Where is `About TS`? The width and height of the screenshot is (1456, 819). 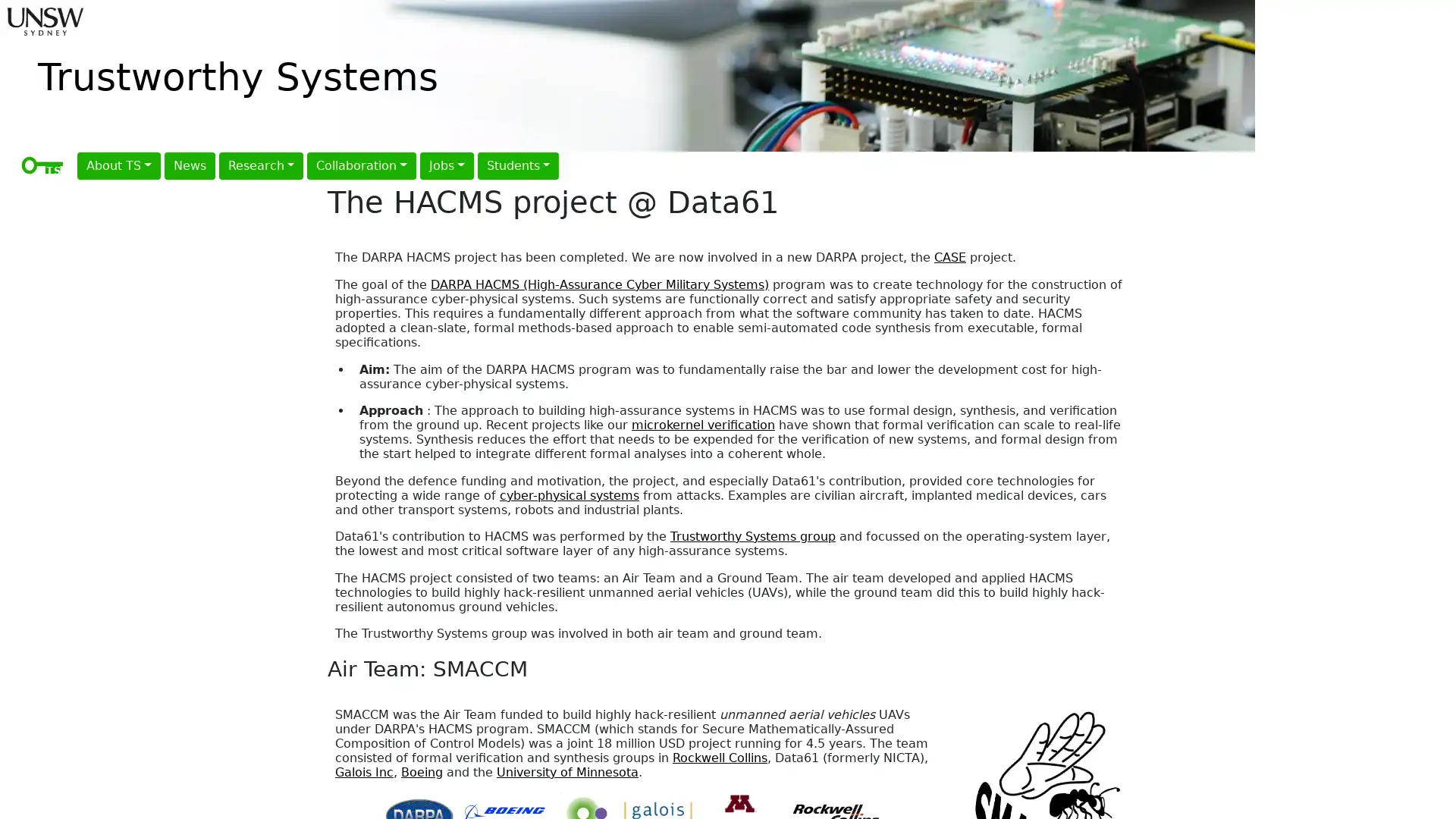
About TS is located at coordinates (118, 165).